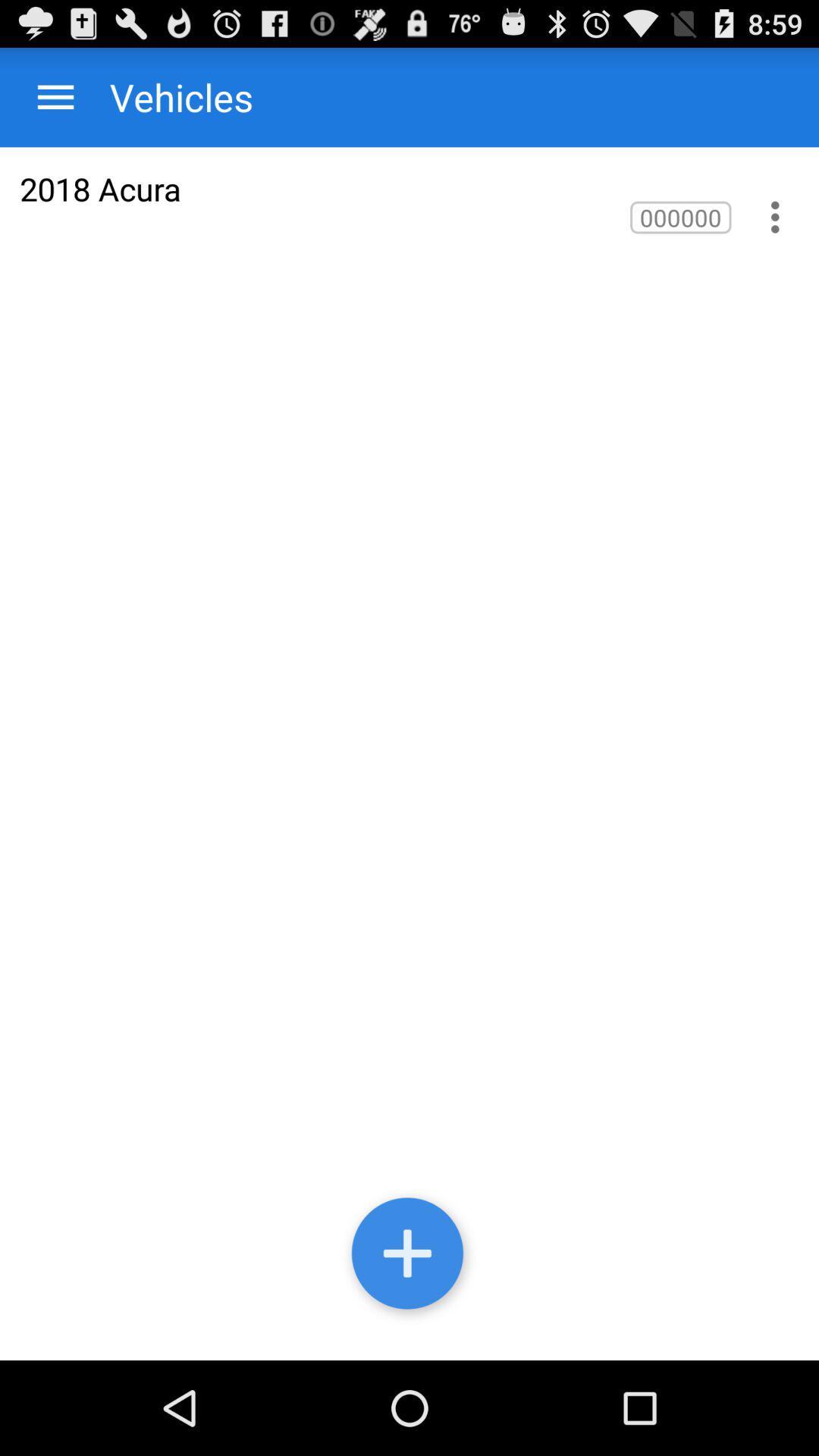 Image resolution: width=819 pixels, height=1456 pixels. What do you see at coordinates (100, 188) in the screenshot?
I see `the icon below vehicles` at bounding box center [100, 188].